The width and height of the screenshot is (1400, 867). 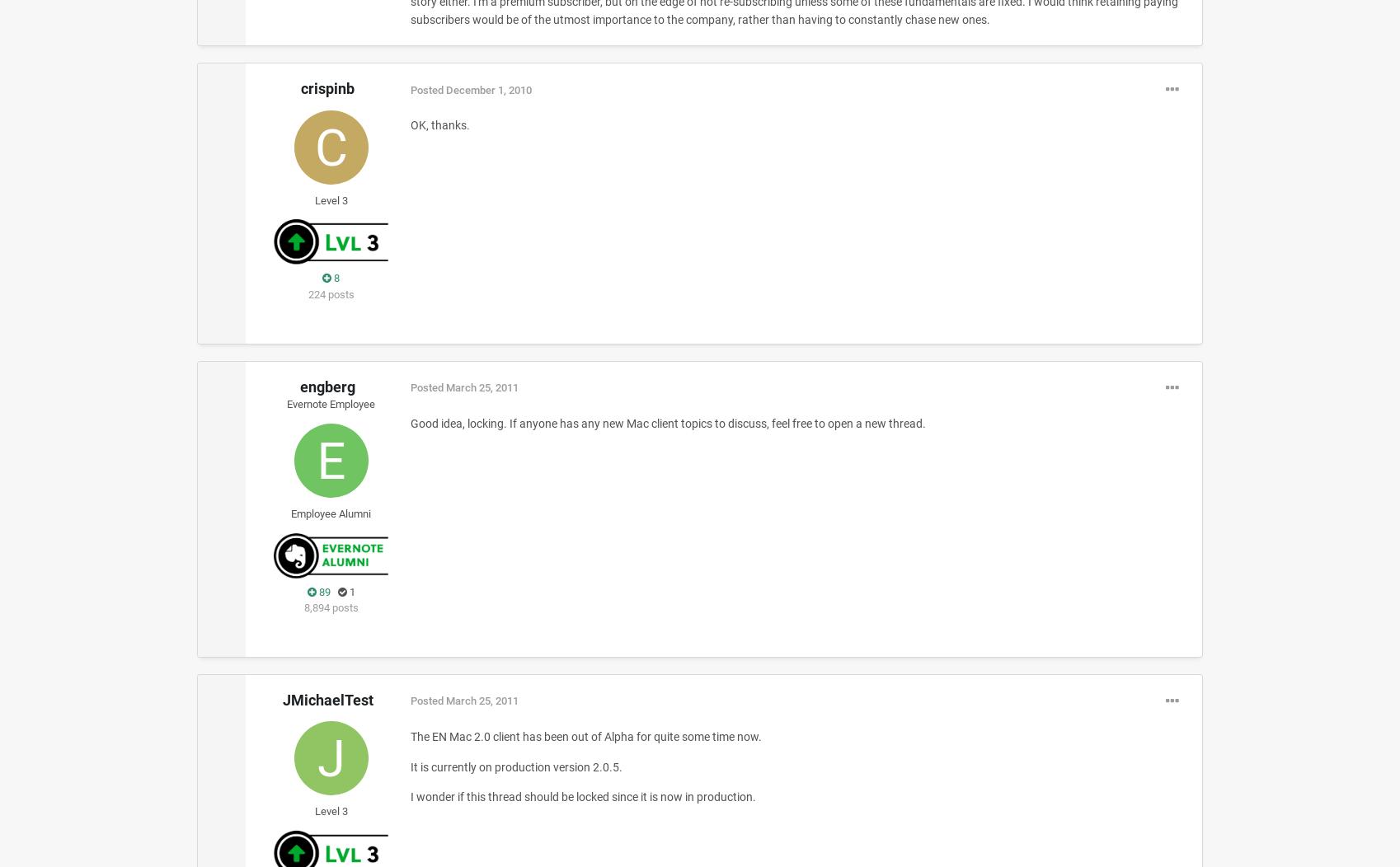 What do you see at coordinates (322, 591) in the screenshot?
I see `'89'` at bounding box center [322, 591].